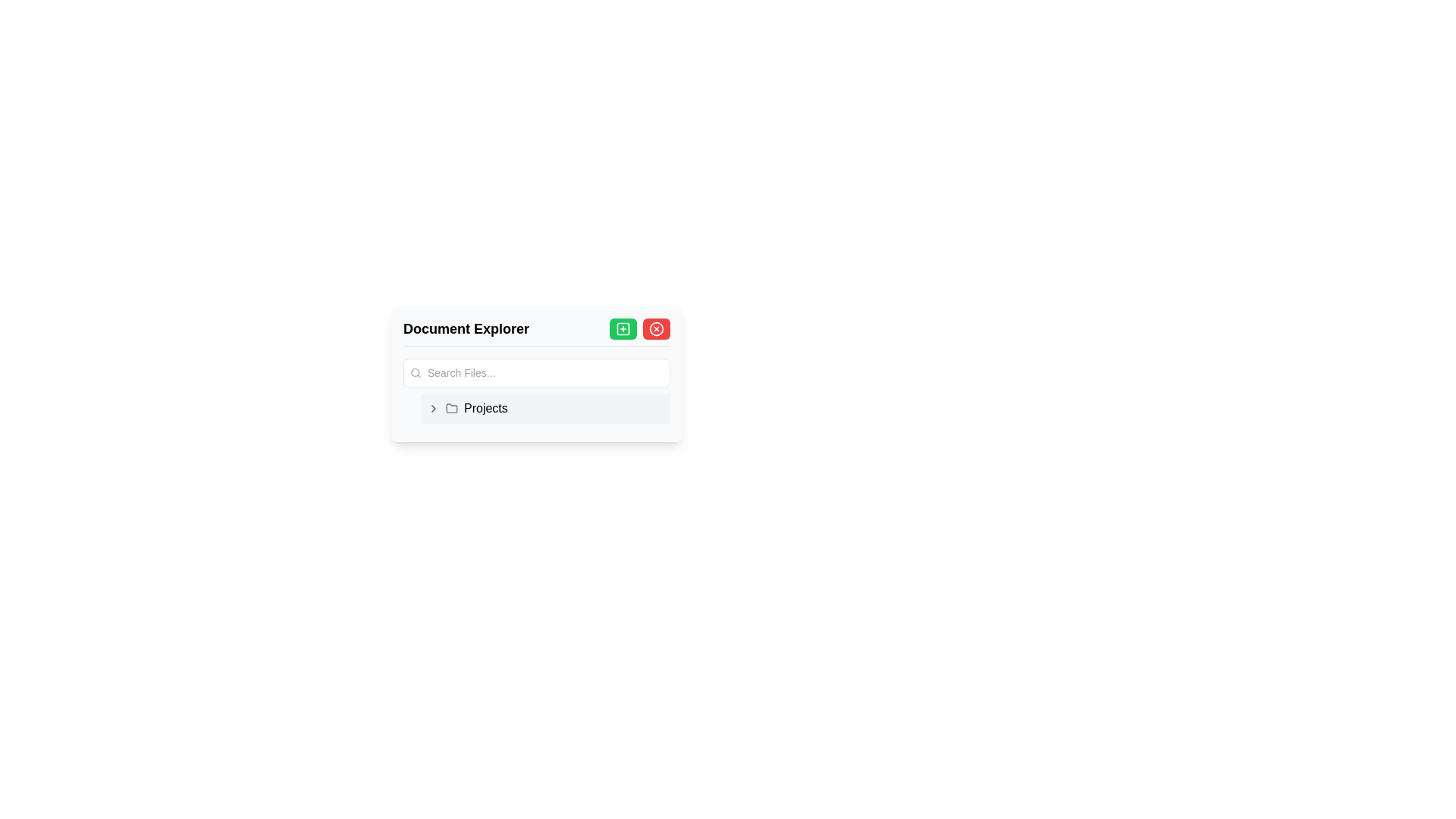 Image resolution: width=1456 pixels, height=819 pixels. What do you see at coordinates (623, 328) in the screenshot?
I see `the icon consisting of a square outline with a plus sign centered inside it, located within the green button at the top-right corner of the 'Document Explorer' panel` at bounding box center [623, 328].